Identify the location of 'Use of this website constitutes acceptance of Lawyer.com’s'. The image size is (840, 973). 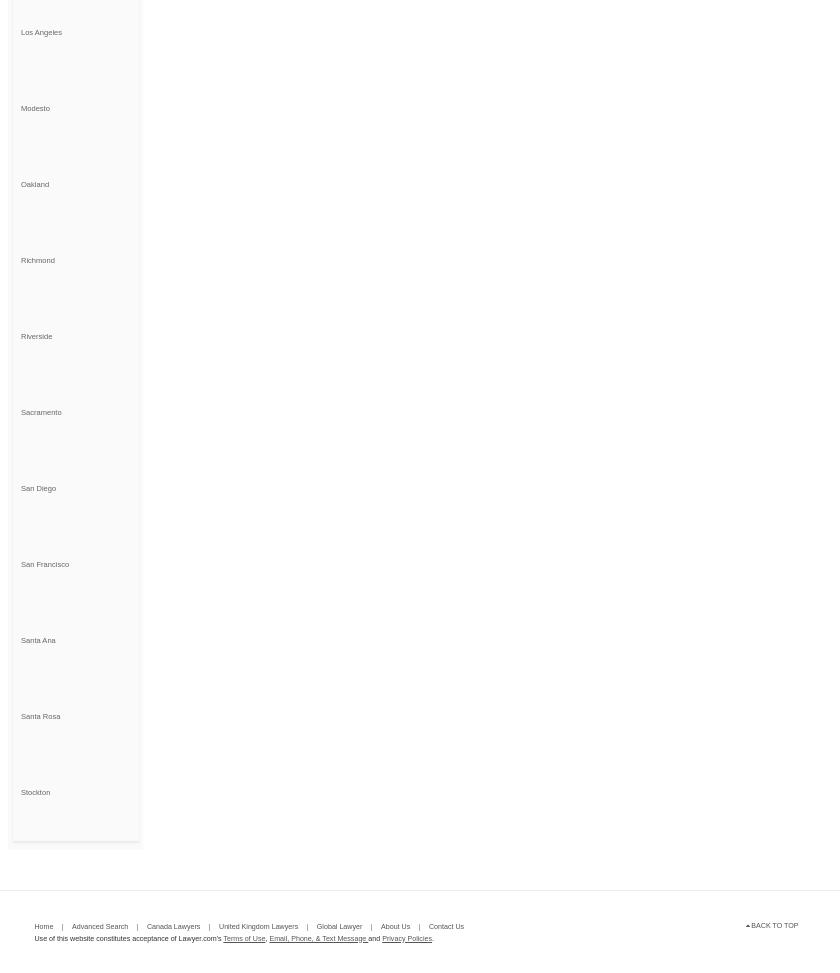
(128, 936).